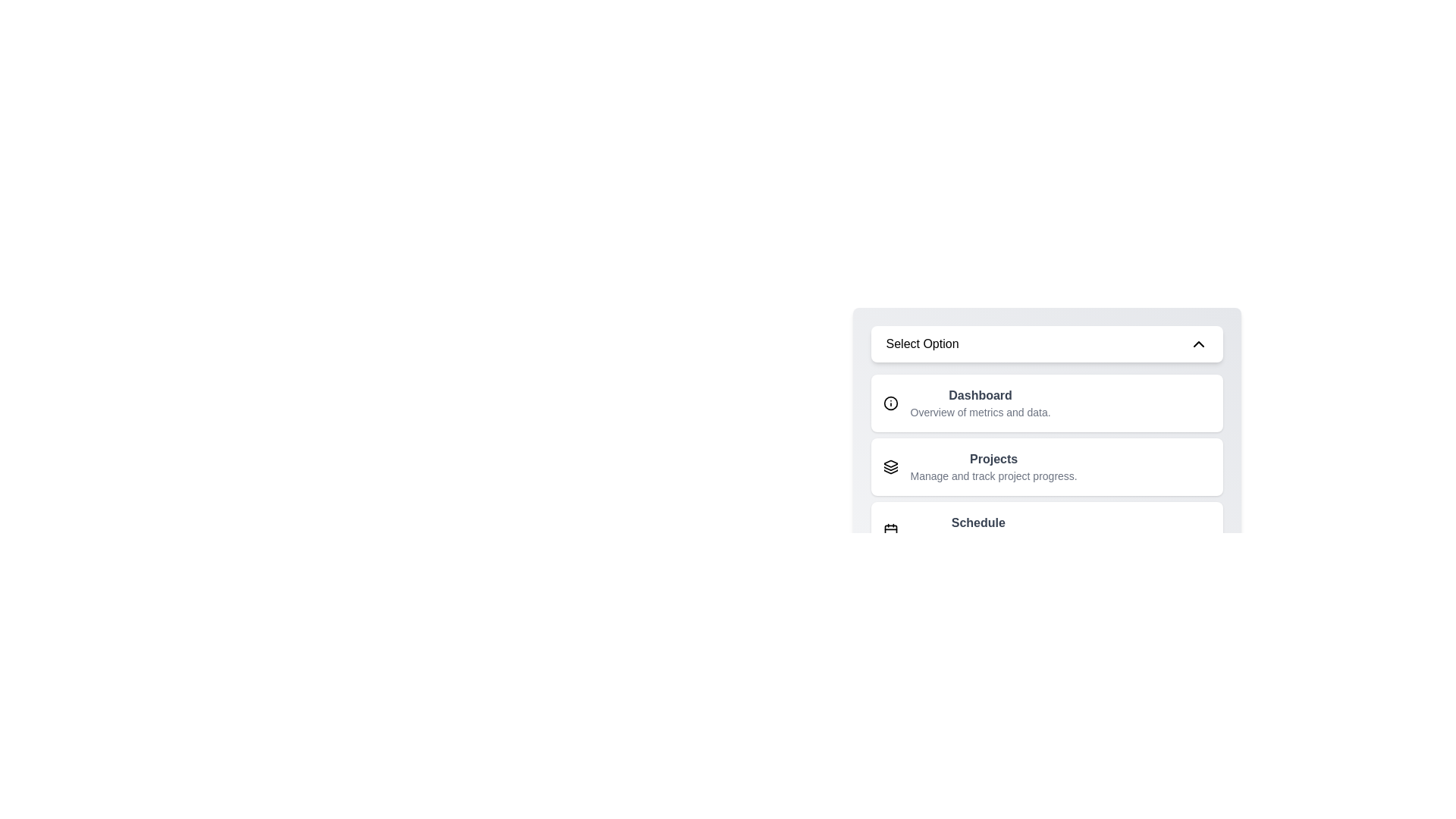 The height and width of the screenshot is (819, 1456). I want to click on the option Projects from the dropdown menu, so click(1046, 466).